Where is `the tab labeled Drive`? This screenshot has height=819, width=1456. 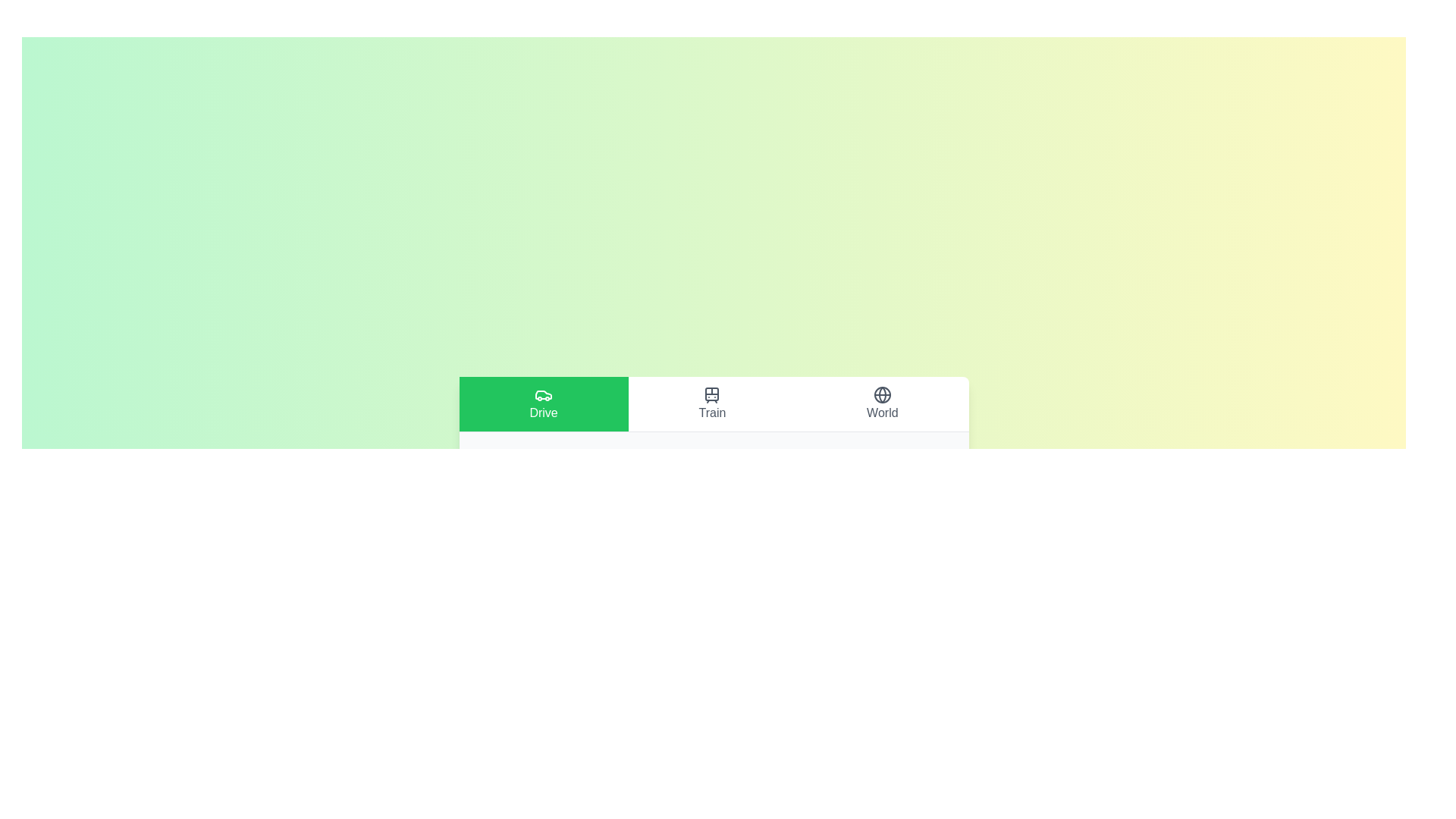
the tab labeled Drive is located at coordinates (544, 403).